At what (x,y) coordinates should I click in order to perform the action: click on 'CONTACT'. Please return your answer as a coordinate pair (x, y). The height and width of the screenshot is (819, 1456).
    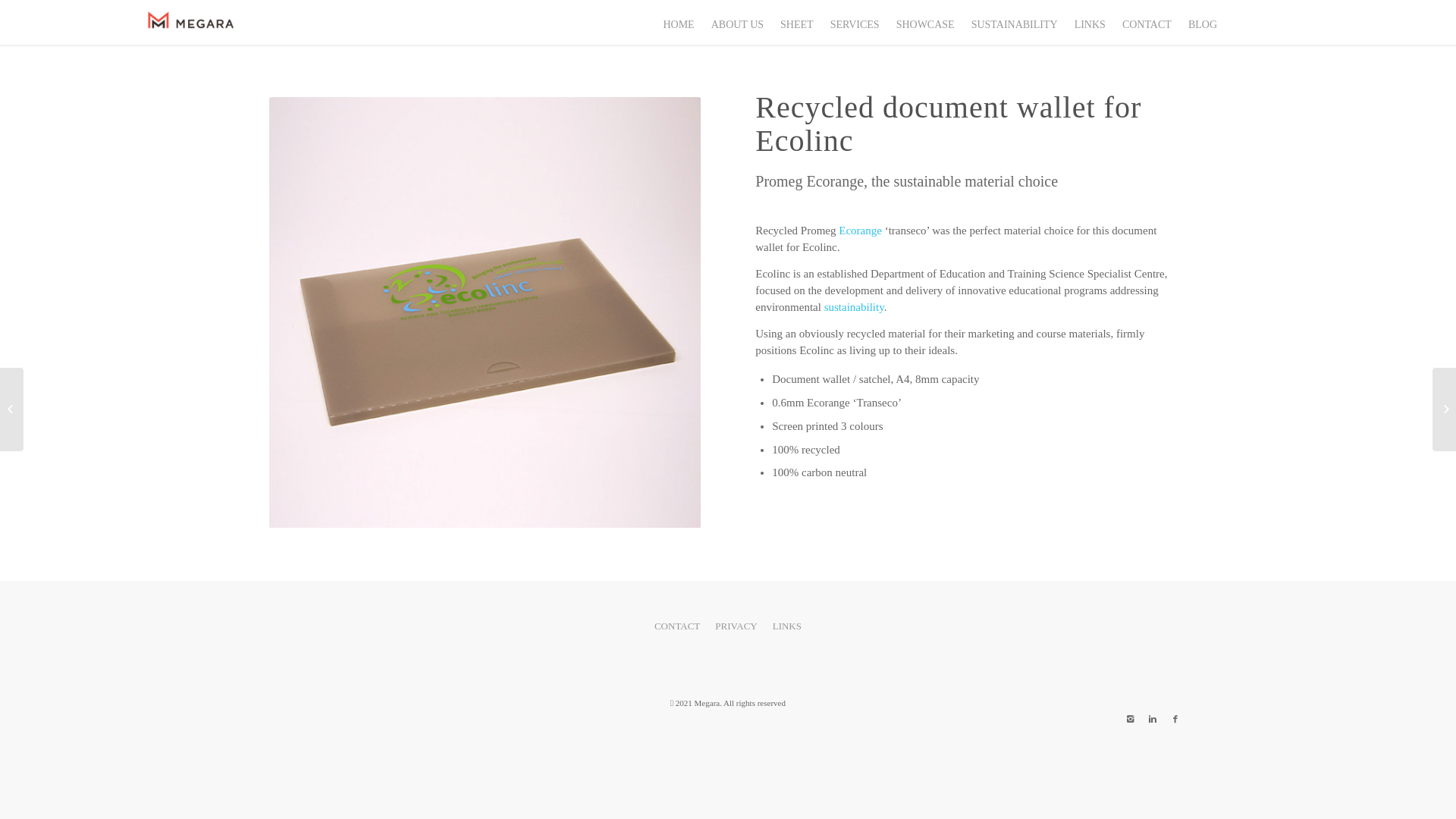
    Looking at the image, I should click on (676, 626).